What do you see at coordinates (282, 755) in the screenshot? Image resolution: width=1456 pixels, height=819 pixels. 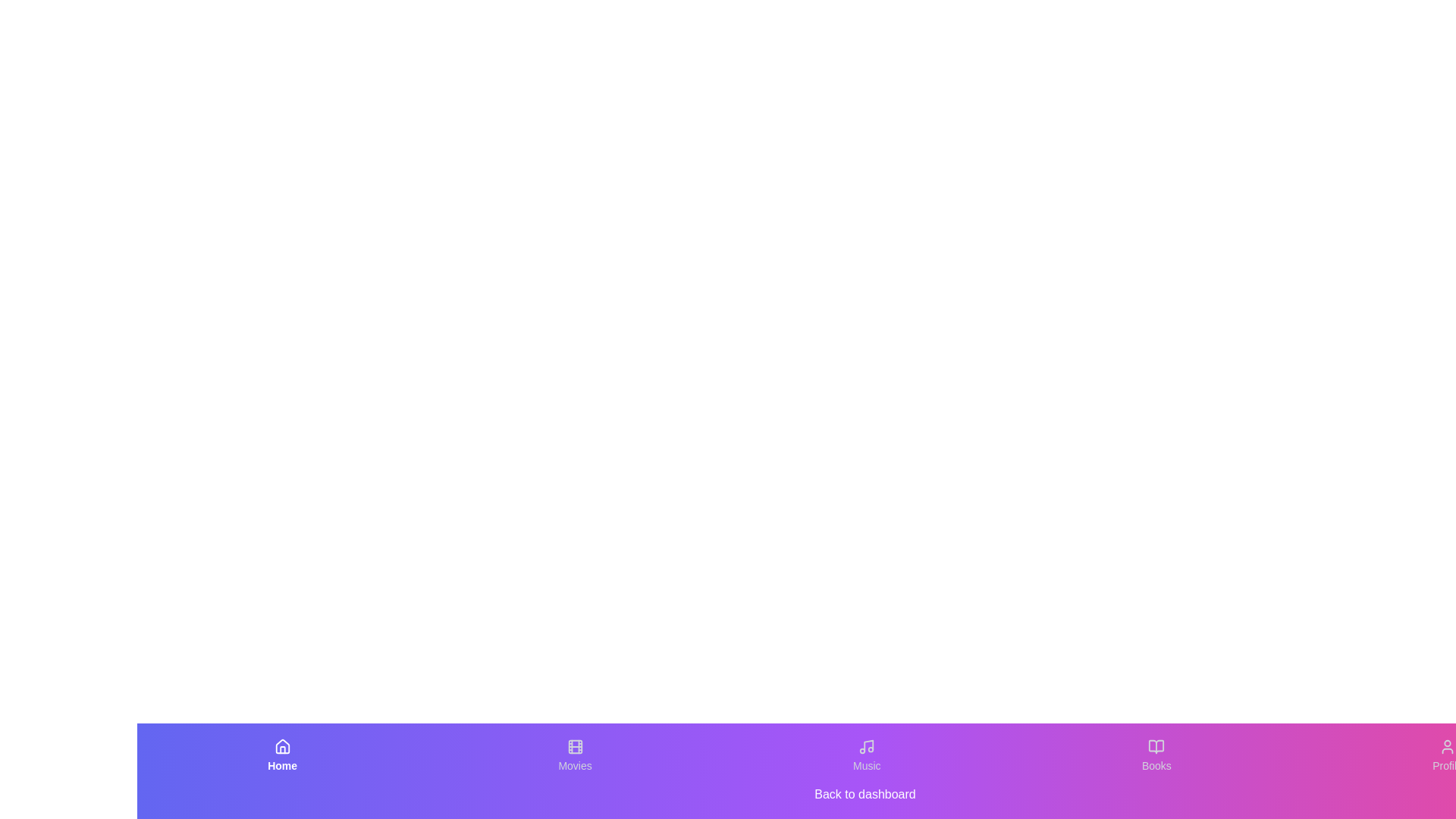 I see `the Home tab from the navigation bar` at bounding box center [282, 755].